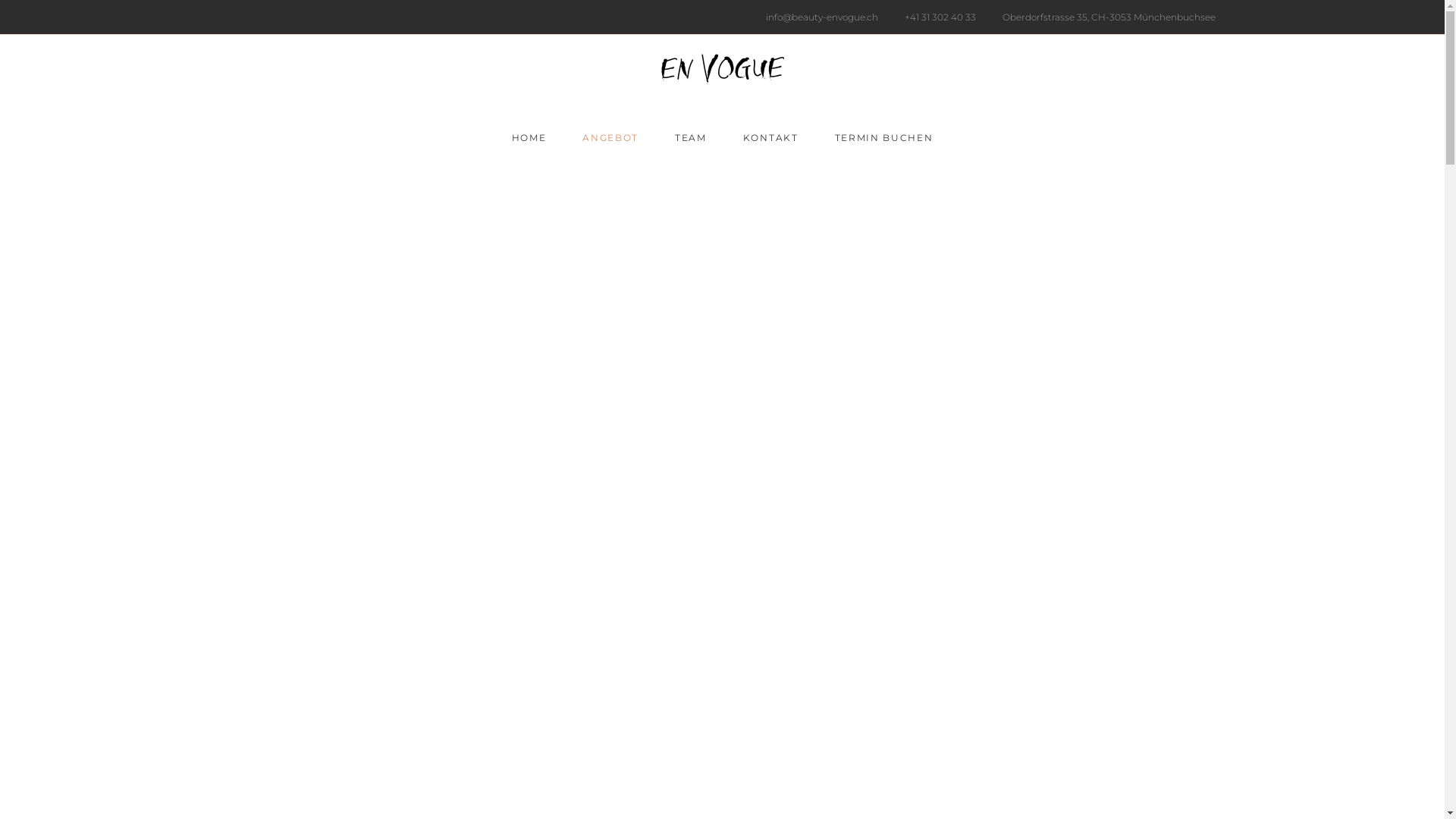  What do you see at coordinates (817, 17) in the screenshot?
I see `'info@beauty-envogue.ch'` at bounding box center [817, 17].